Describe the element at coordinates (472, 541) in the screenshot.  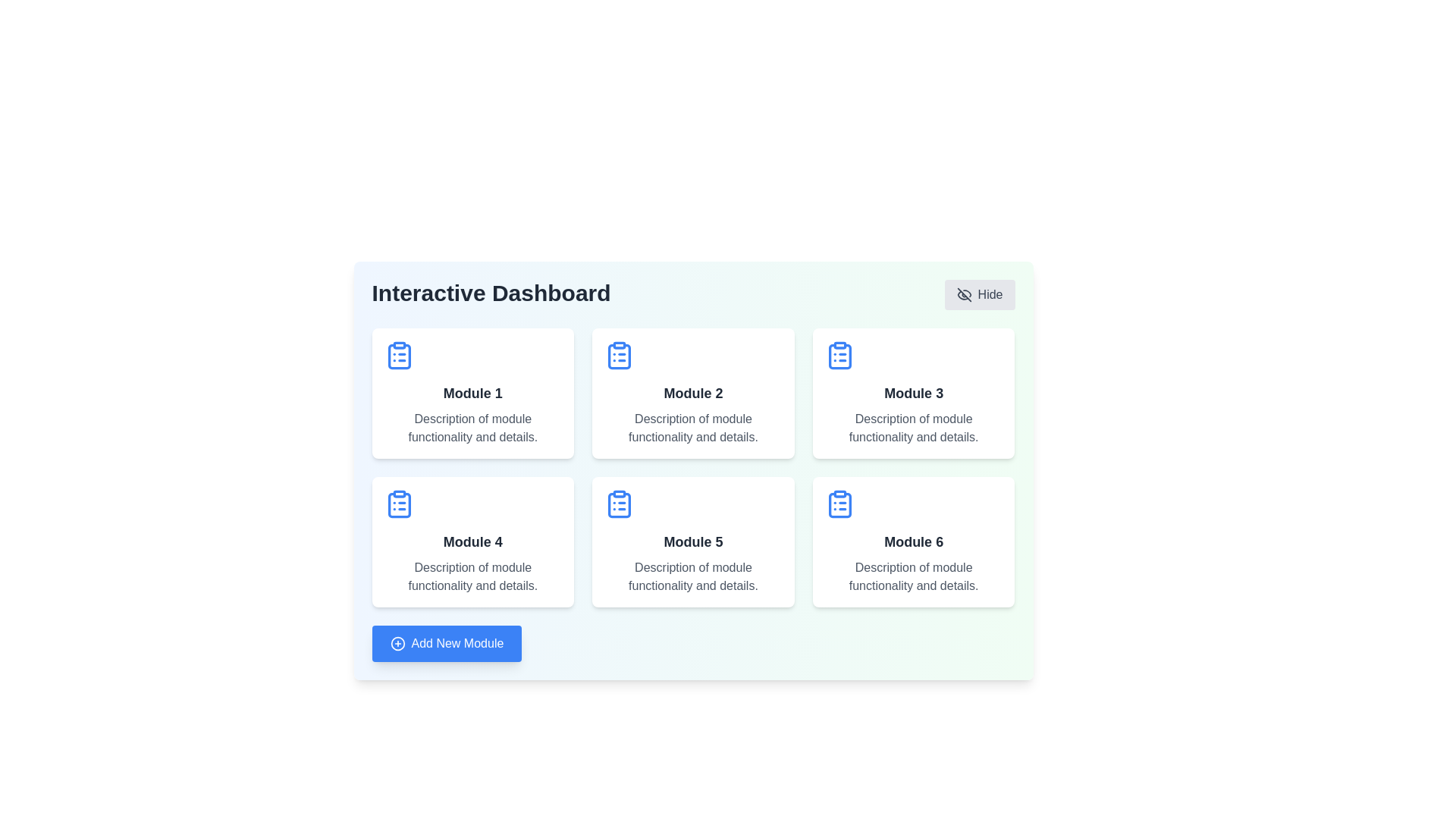
I see `the 'Module 4' Card component, which is located in the second row, first column of a 3-column grid layout` at that location.